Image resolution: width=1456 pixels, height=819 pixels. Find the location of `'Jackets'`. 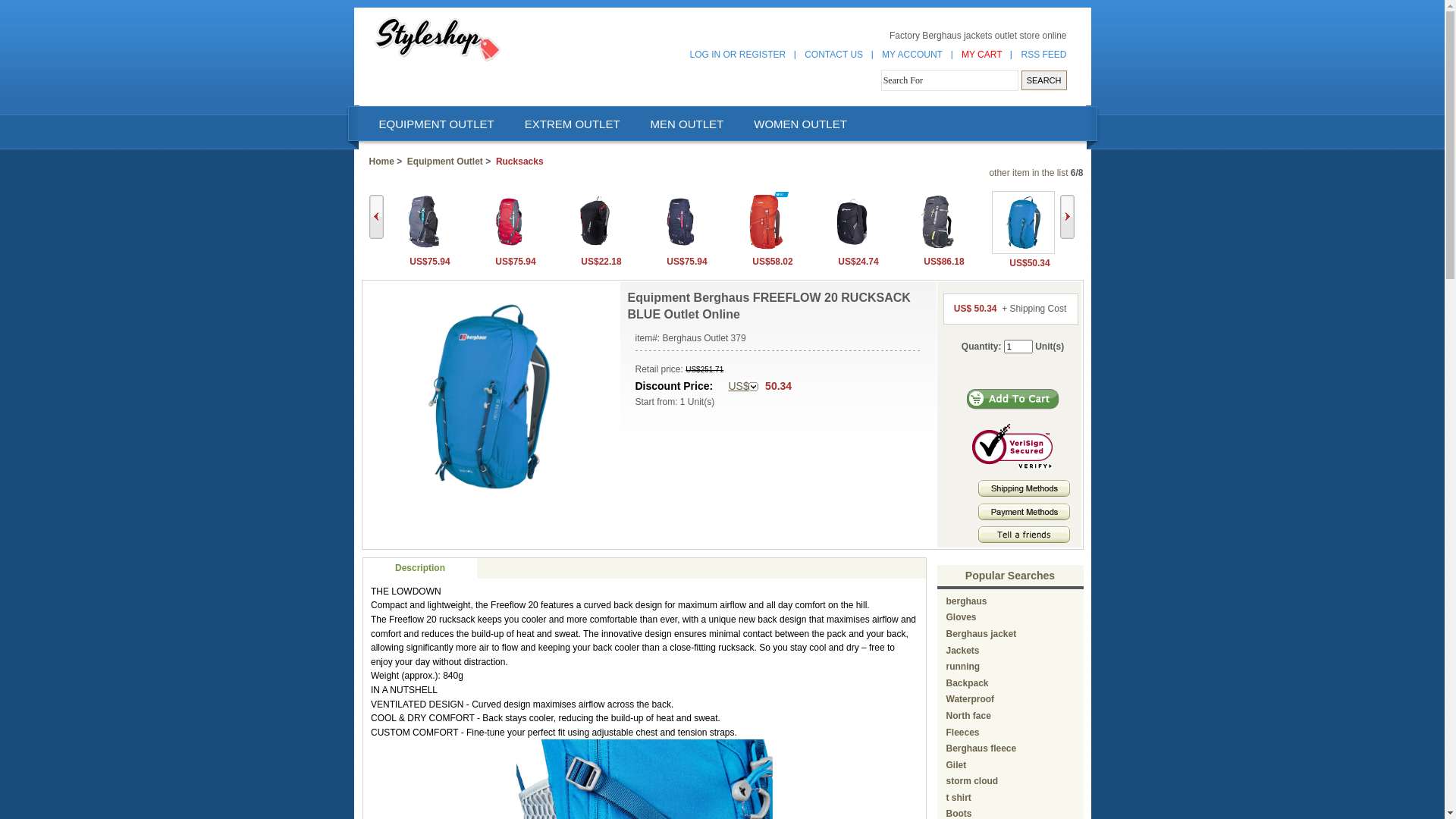

'Jackets' is located at coordinates (962, 649).